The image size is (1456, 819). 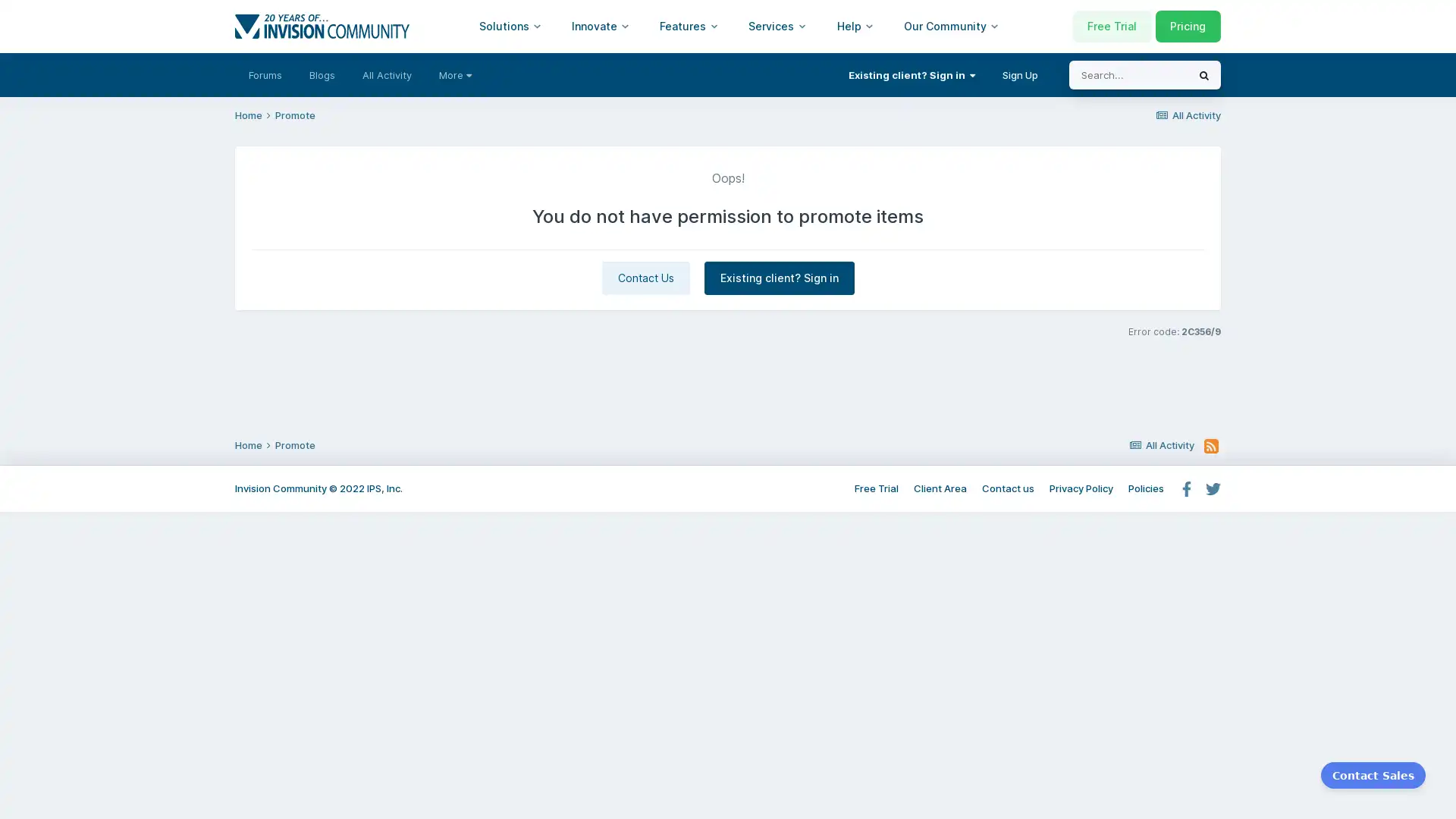 What do you see at coordinates (688, 26) in the screenshot?
I see `Features` at bounding box center [688, 26].